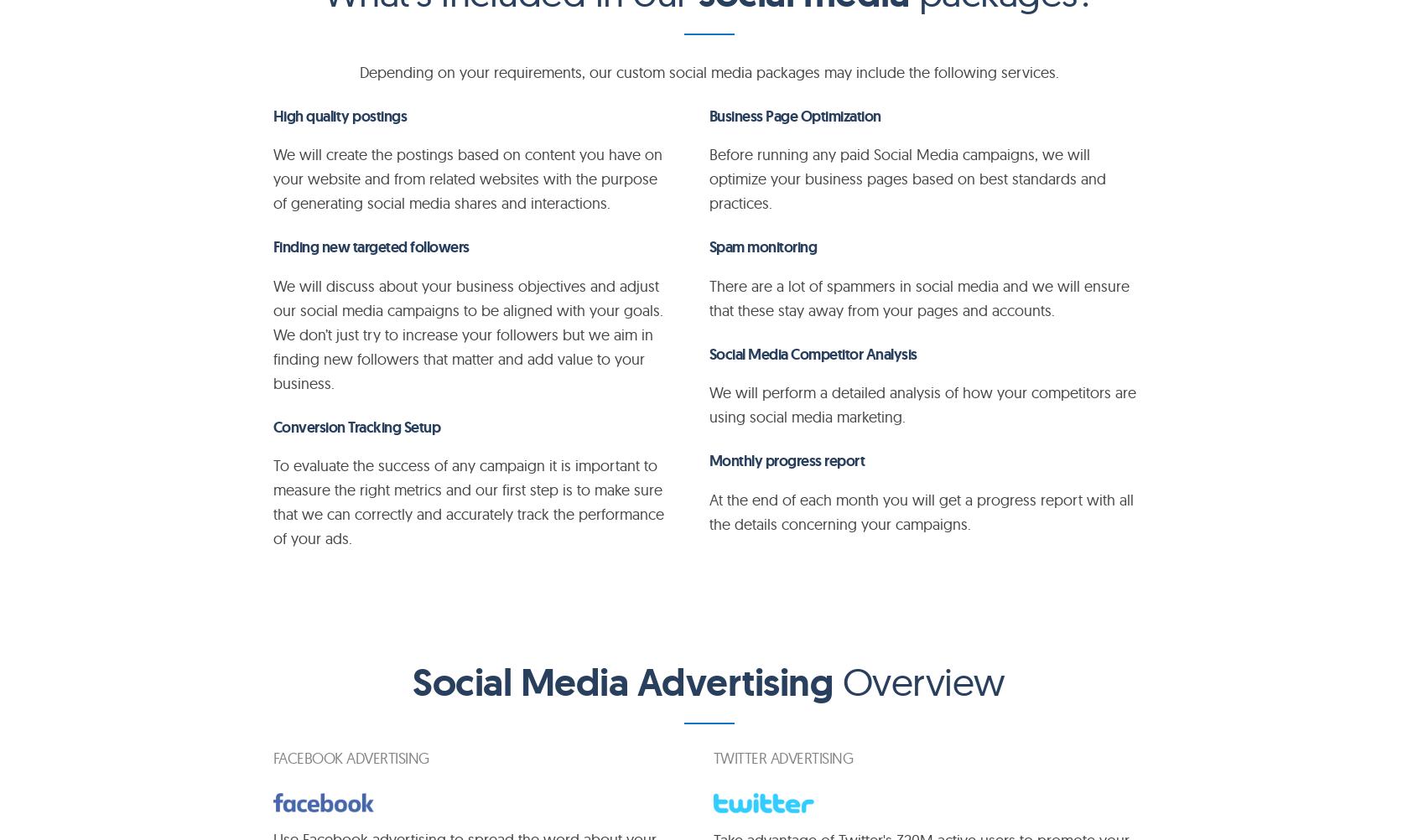  What do you see at coordinates (707, 511) in the screenshot?
I see `'At the end of each month you will get a progress report with all the details concerning your campaigns.'` at bounding box center [707, 511].